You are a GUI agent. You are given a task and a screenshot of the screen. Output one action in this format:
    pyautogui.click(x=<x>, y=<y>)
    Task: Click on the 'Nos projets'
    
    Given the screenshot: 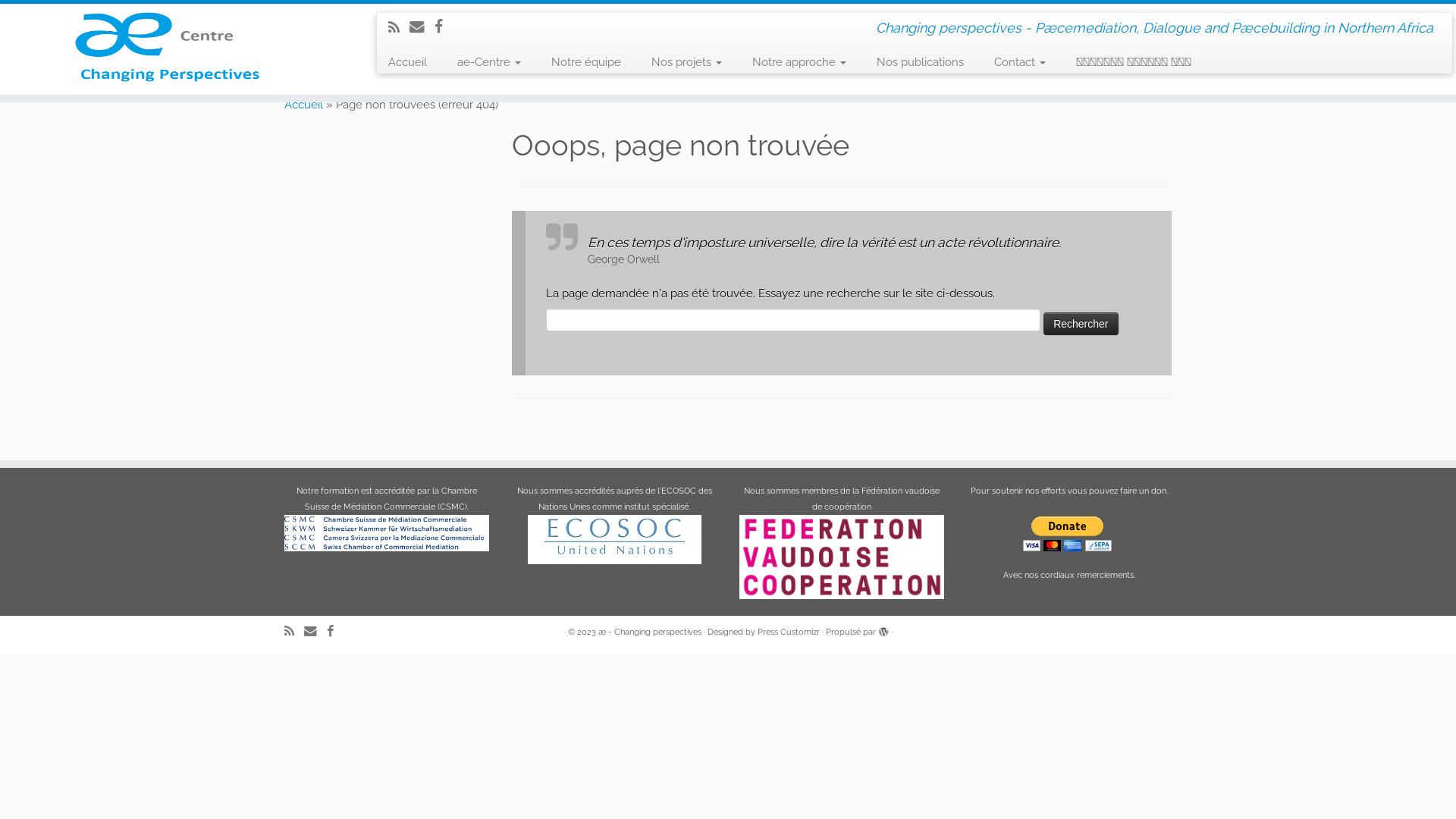 What is the action you would take?
    pyautogui.click(x=686, y=61)
    